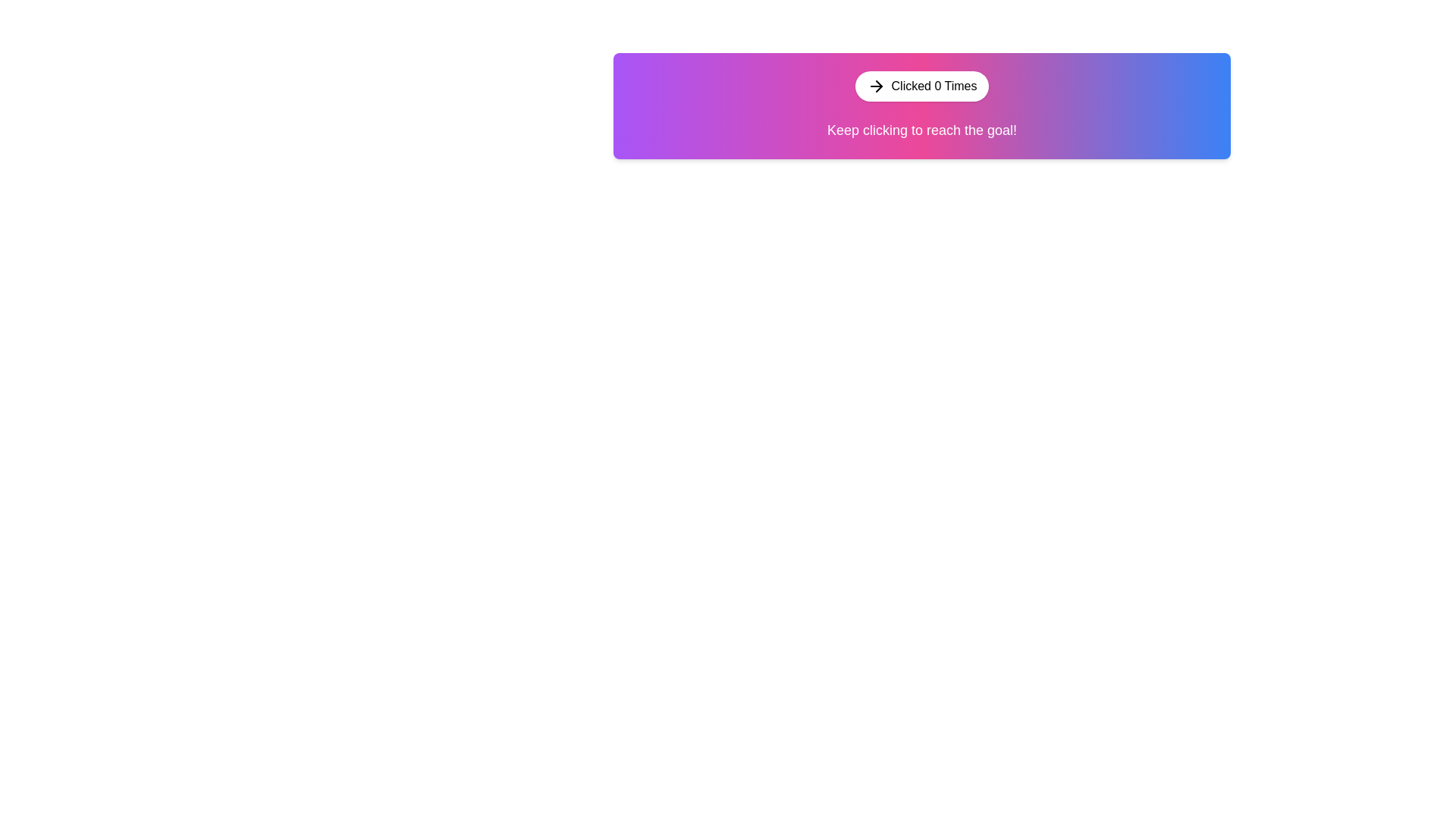 The width and height of the screenshot is (1456, 819). Describe the element at coordinates (876, 86) in the screenshot. I see `the rightward-pointing arrow icon located to the left side within the rounded button labeled 'Clicked 0 Times'` at that location.